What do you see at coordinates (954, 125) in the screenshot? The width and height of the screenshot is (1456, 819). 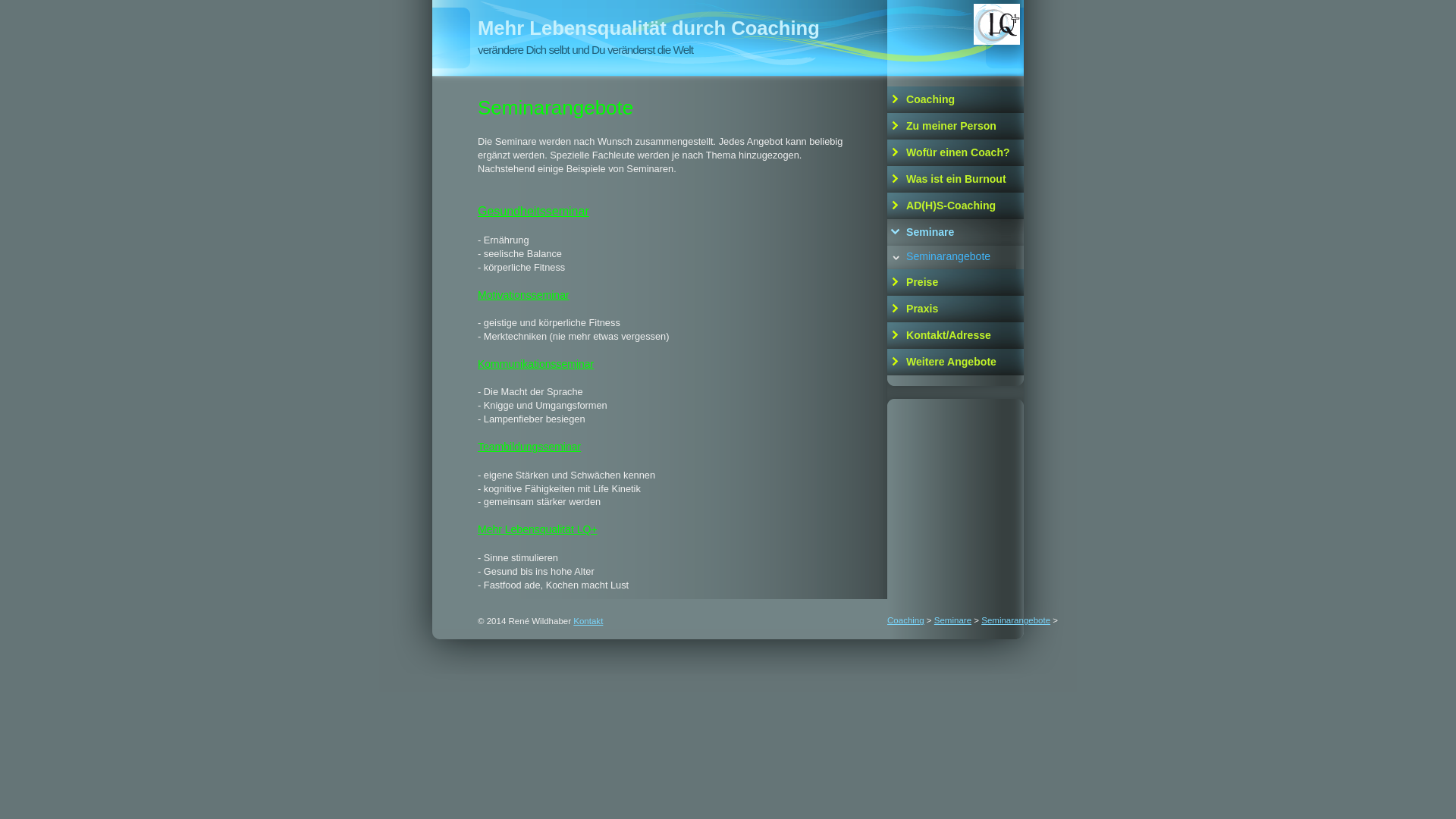 I see `'Zu meiner Person'` at bounding box center [954, 125].